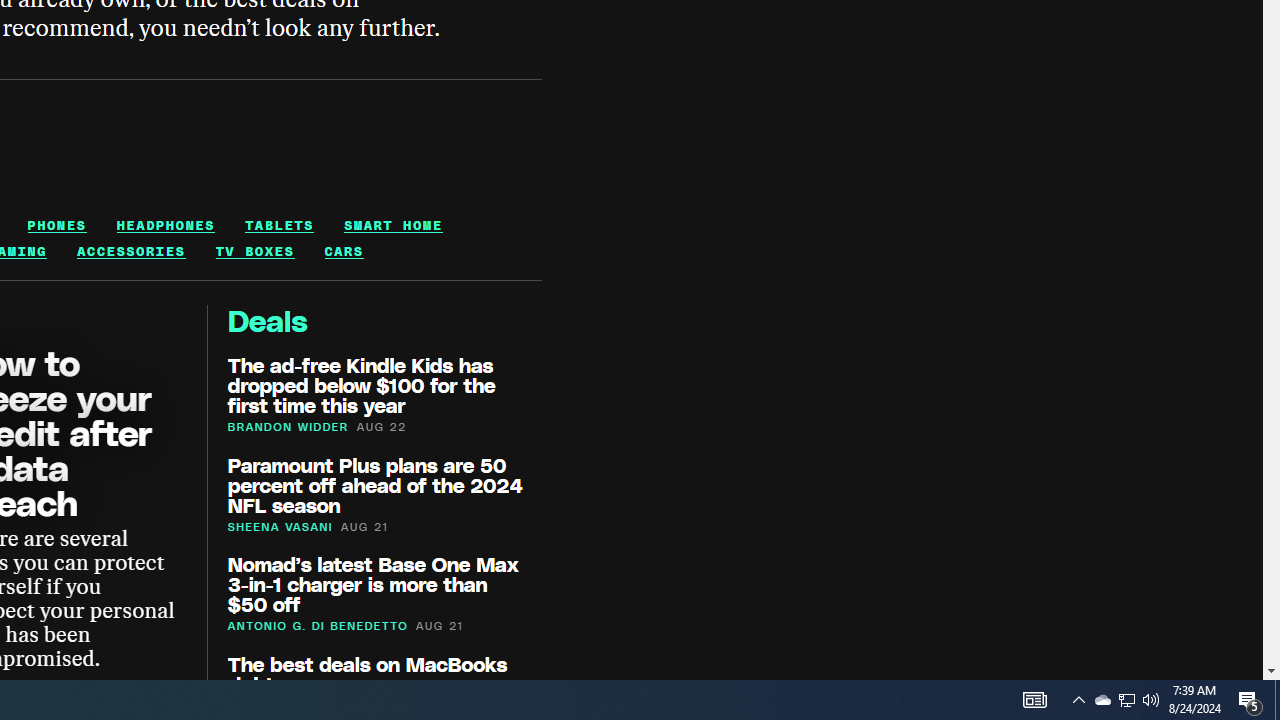 This screenshot has width=1280, height=720. Describe the element at coordinates (130, 250) in the screenshot. I see `'ACCESSORIES'` at that location.